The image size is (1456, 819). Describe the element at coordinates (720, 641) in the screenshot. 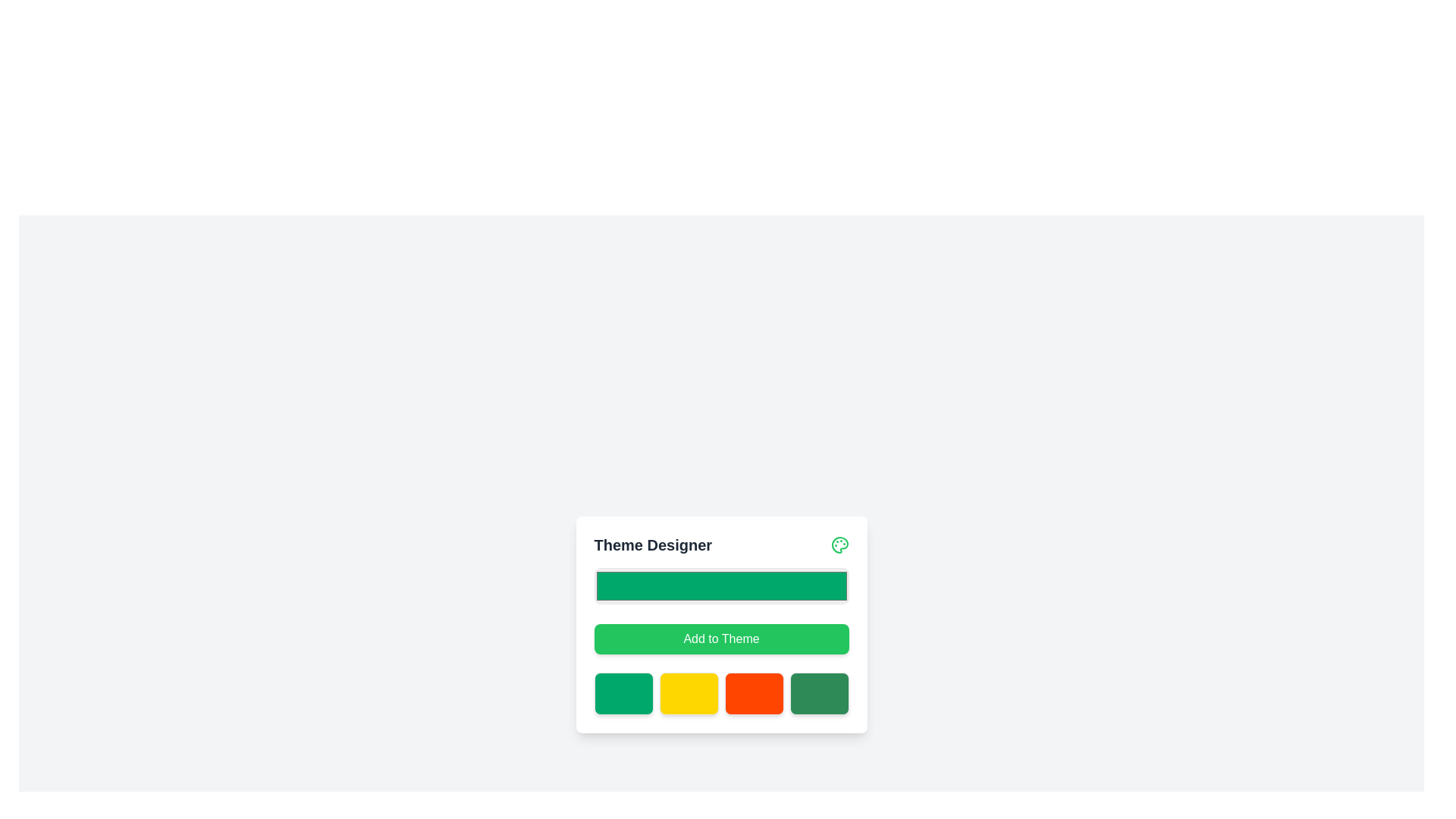

I see `the green 'Add to Theme' button with rounded corners` at that location.